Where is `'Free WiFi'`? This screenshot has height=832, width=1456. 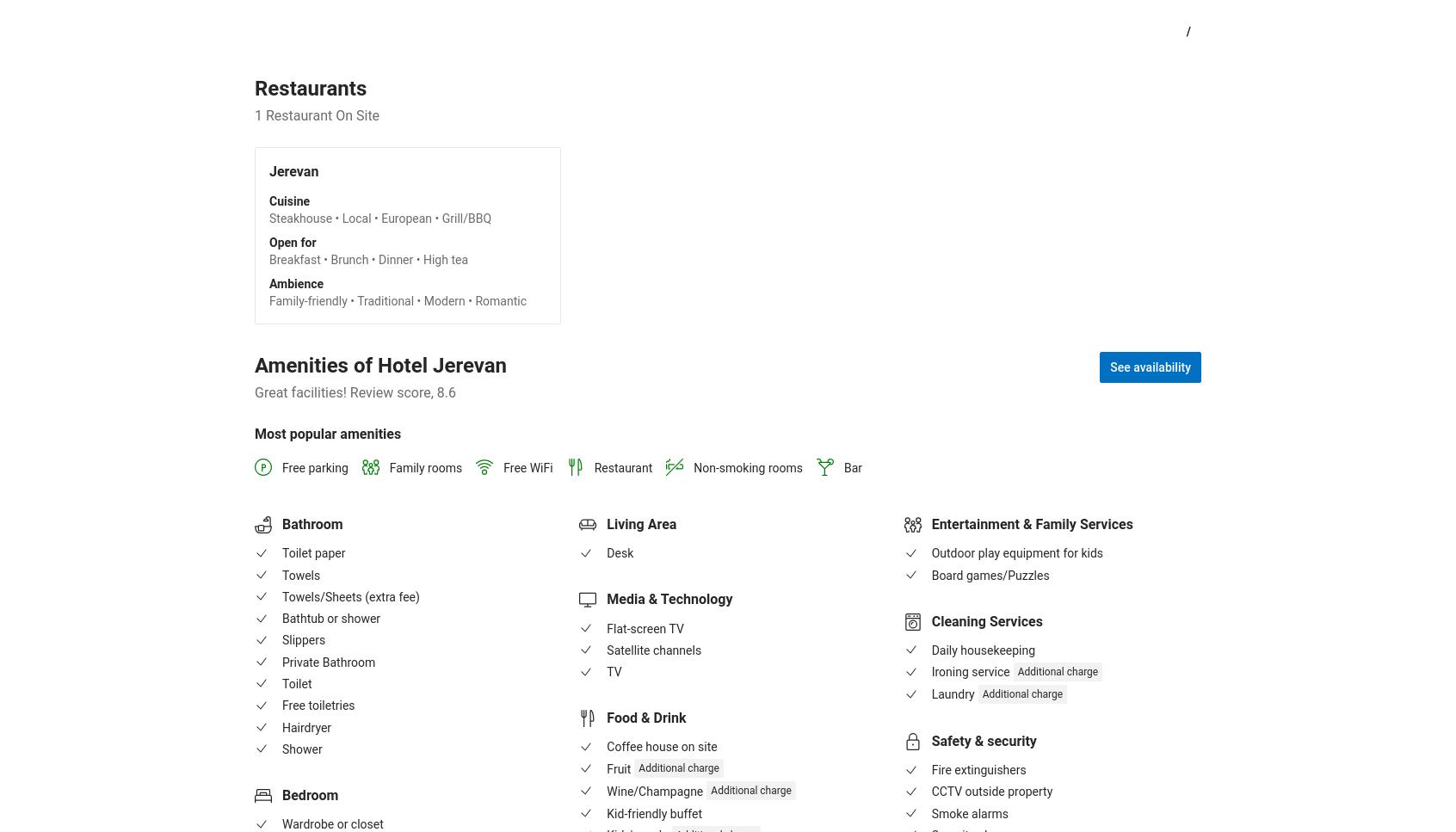
'Free WiFi' is located at coordinates (527, 468).